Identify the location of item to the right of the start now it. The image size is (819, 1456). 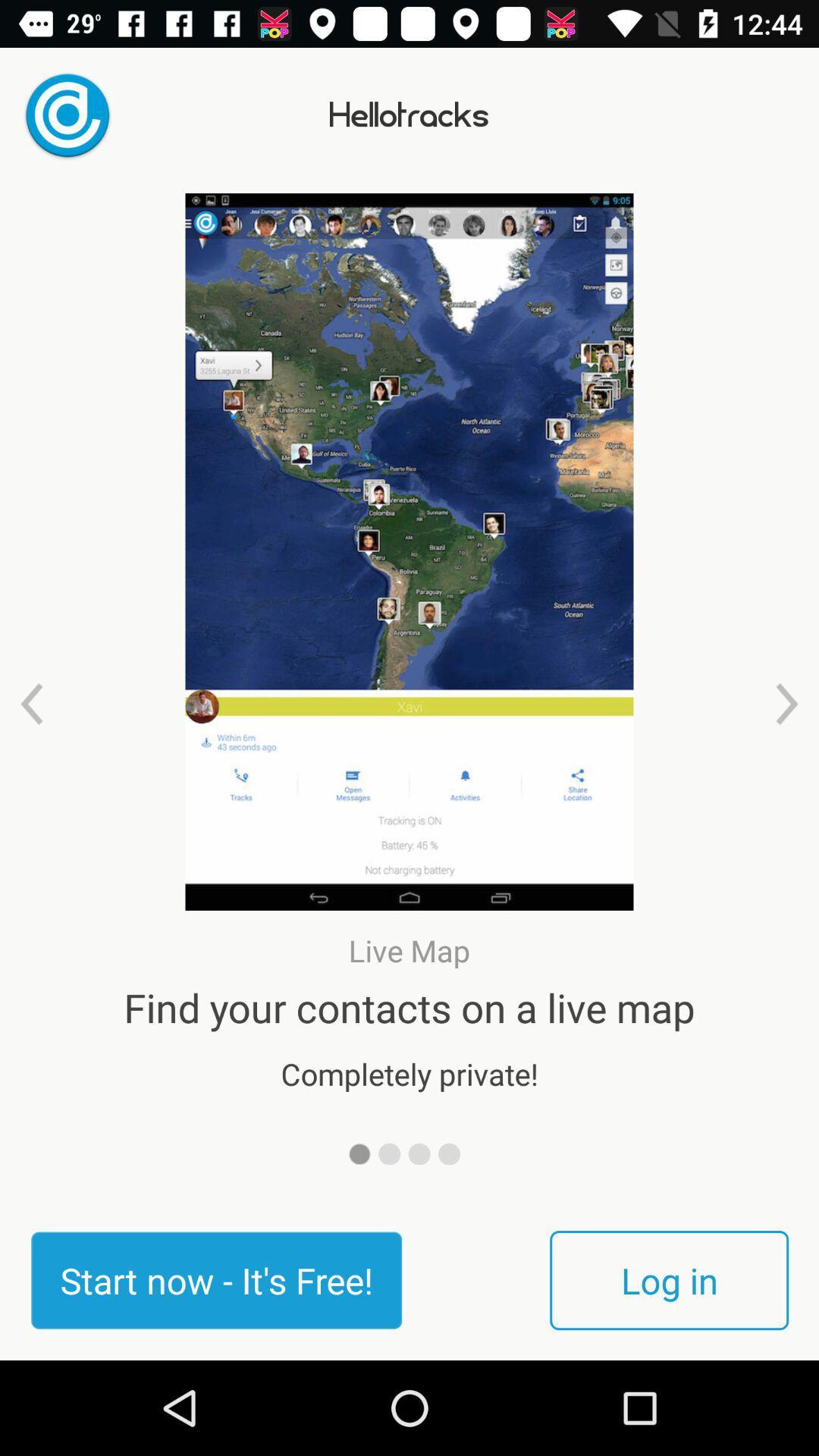
(668, 1279).